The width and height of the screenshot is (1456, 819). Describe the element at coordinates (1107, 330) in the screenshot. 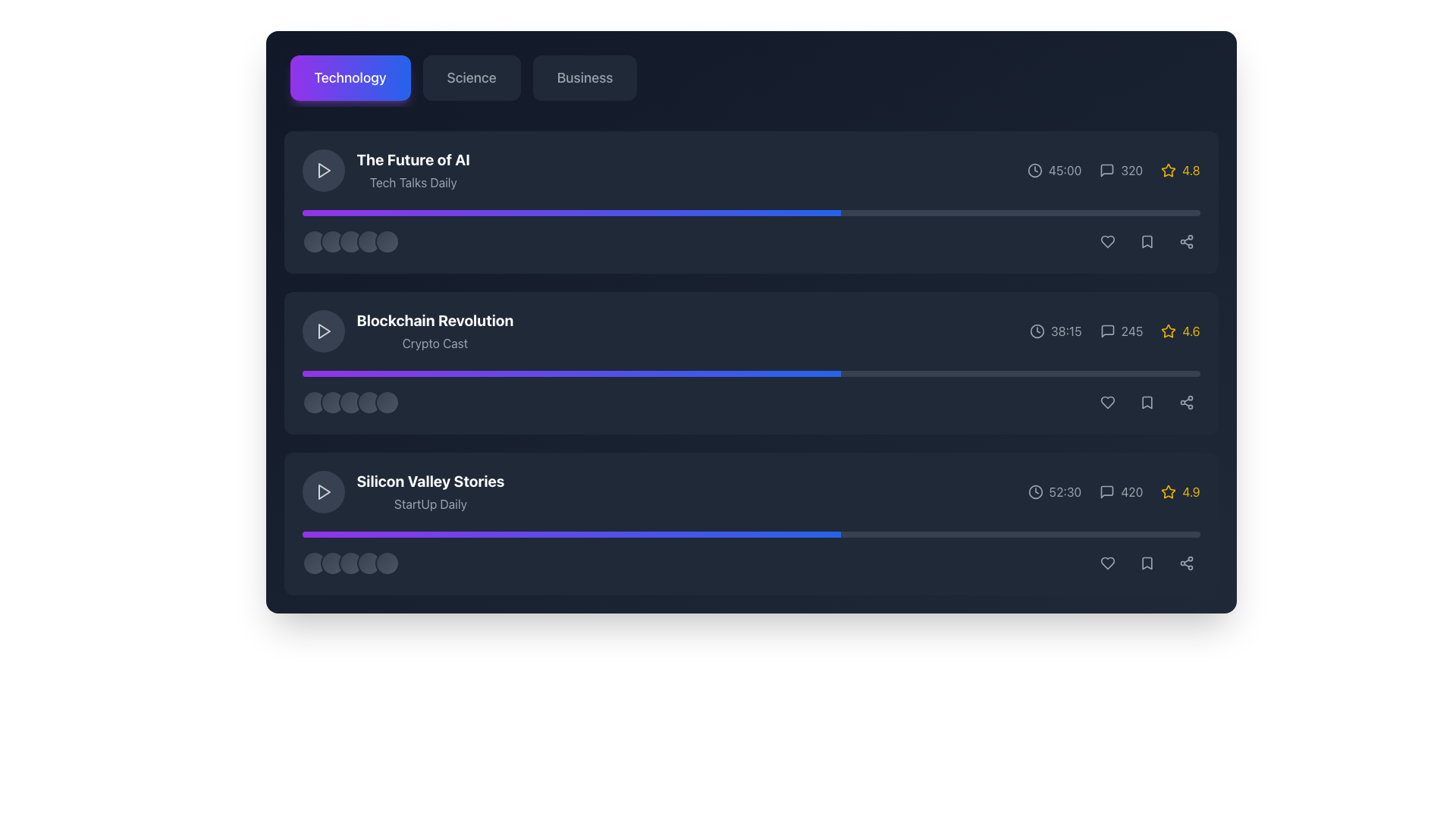

I see `the comment icon representing the messaging feature related to the 'Blockchain Revolution' podcast listing, located in the right-central area of the interface` at that location.